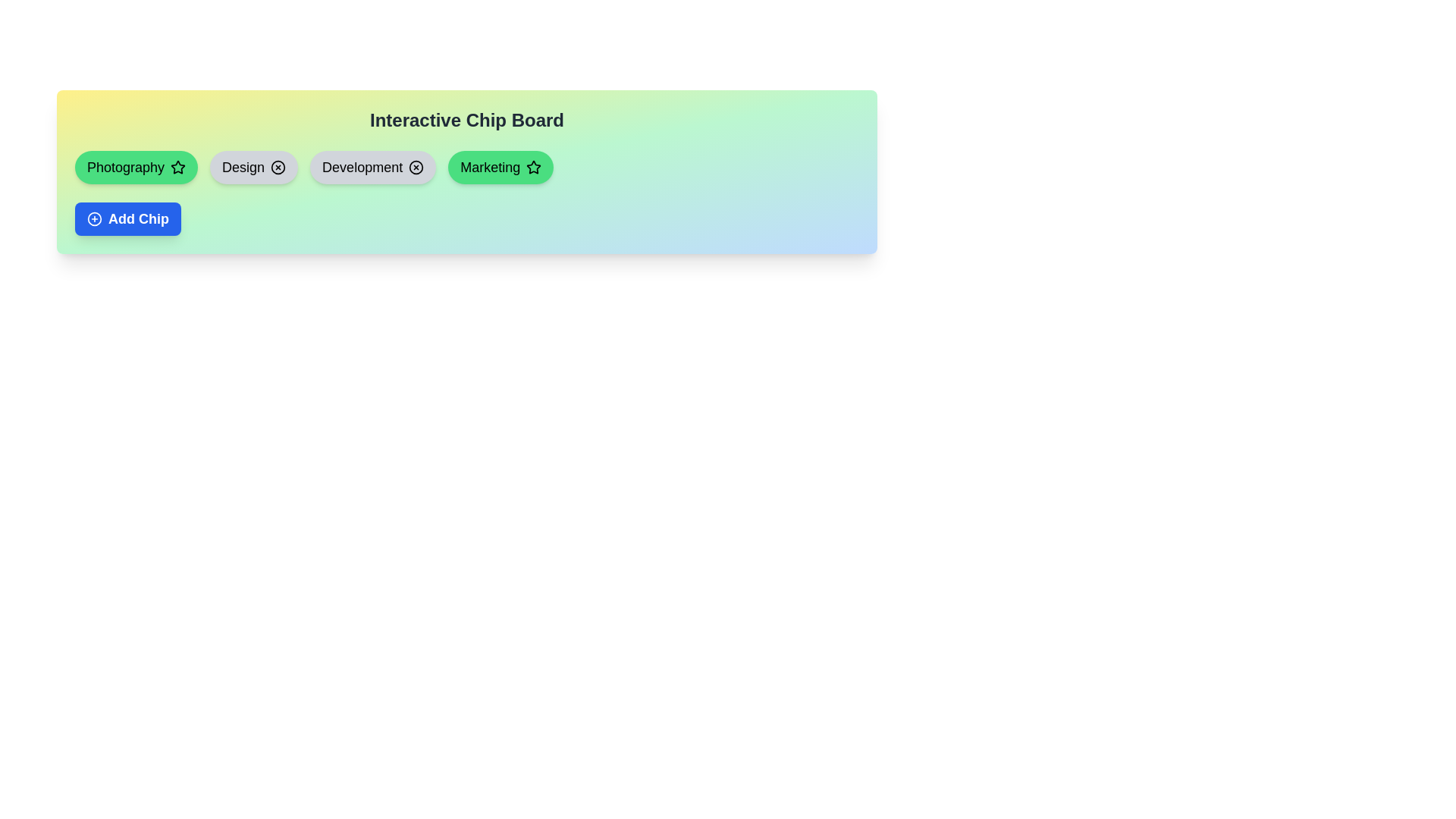 The image size is (1456, 819). What do you see at coordinates (127, 219) in the screenshot?
I see `the 'Add Chip' button, which is a rectangular button with a blue background and white text, featuring a circular plus sign icon to the left of the text` at bounding box center [127, 219].